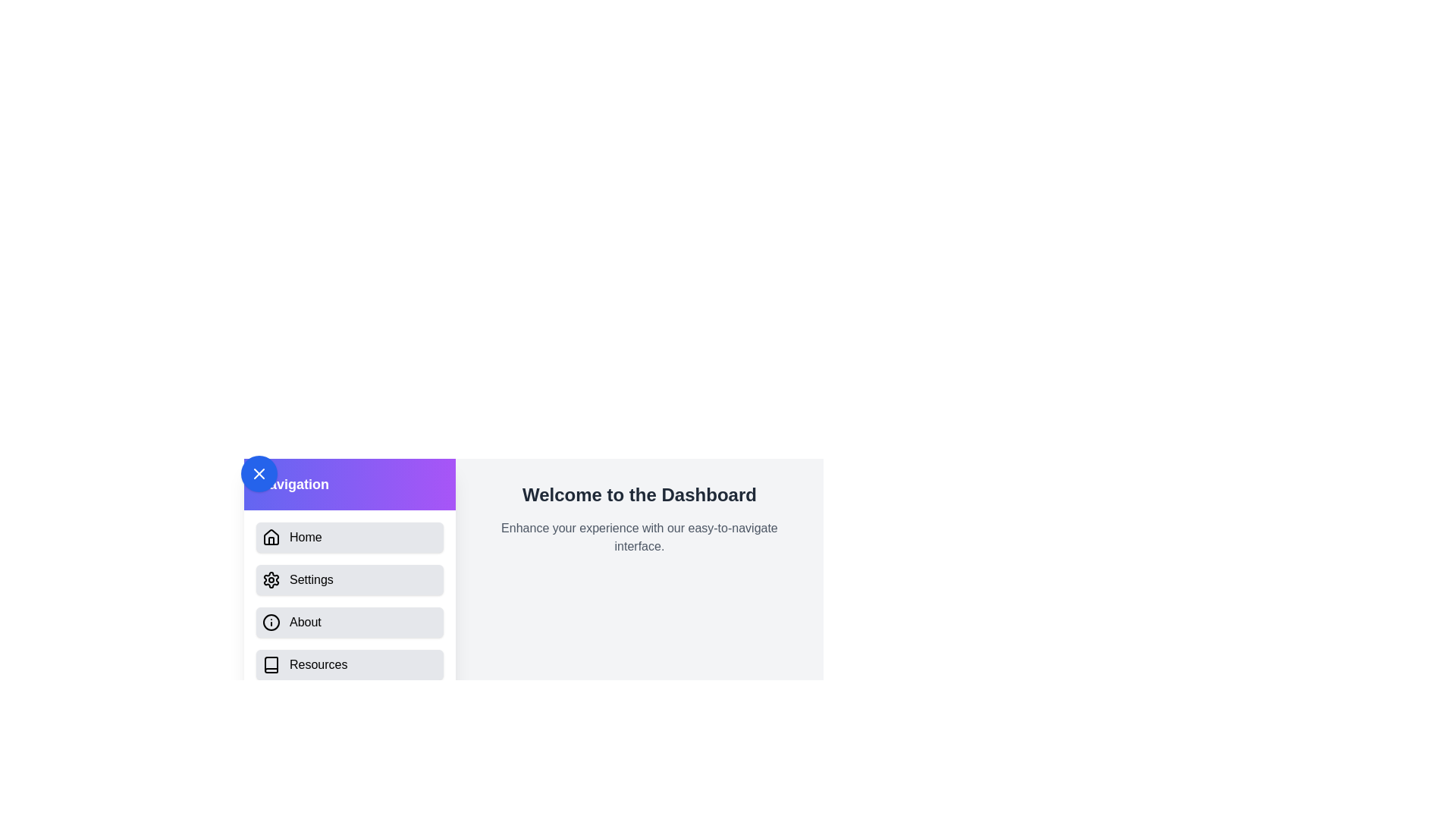  What do you see at coordinates (348, 664) in the screenshot?
I see `the menu item labeled Resources from the drawer` at bounding box center [348, 664].